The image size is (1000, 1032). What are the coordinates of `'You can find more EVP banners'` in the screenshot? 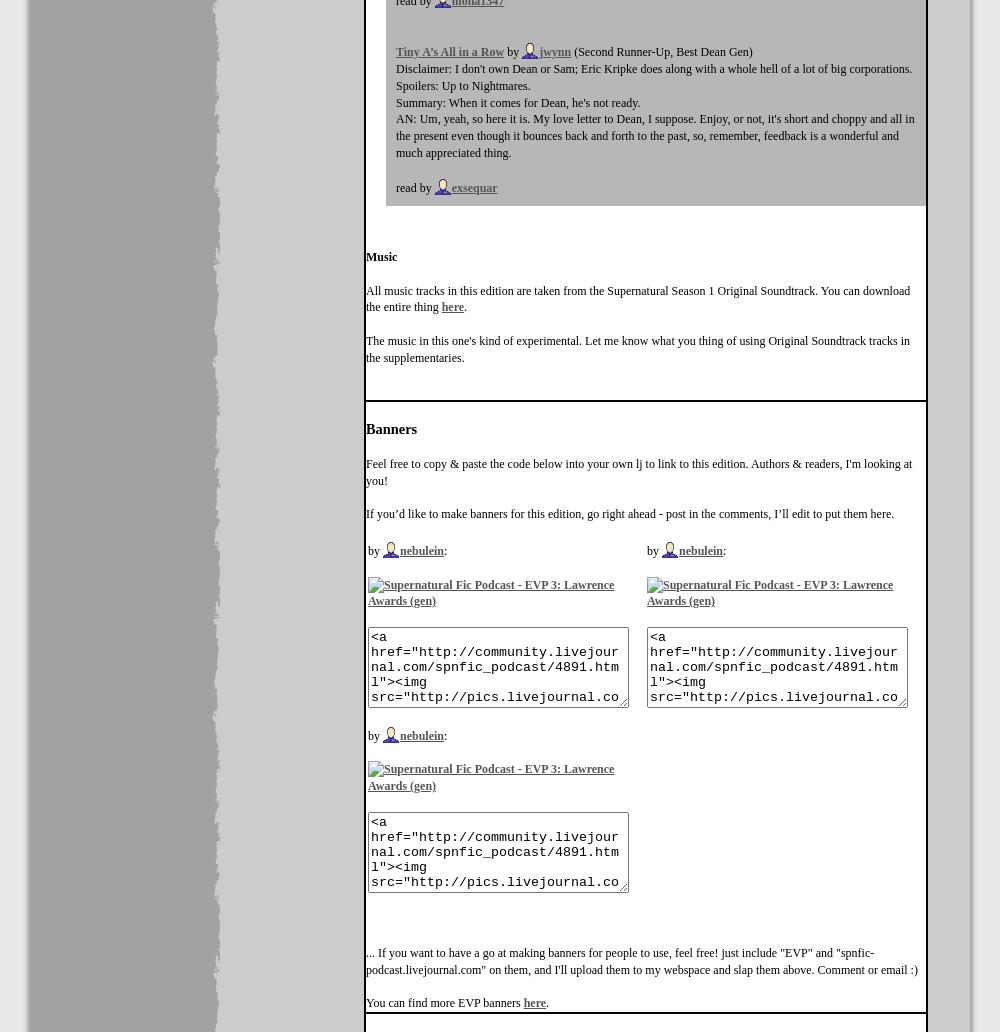 It's located at (443, 1002).